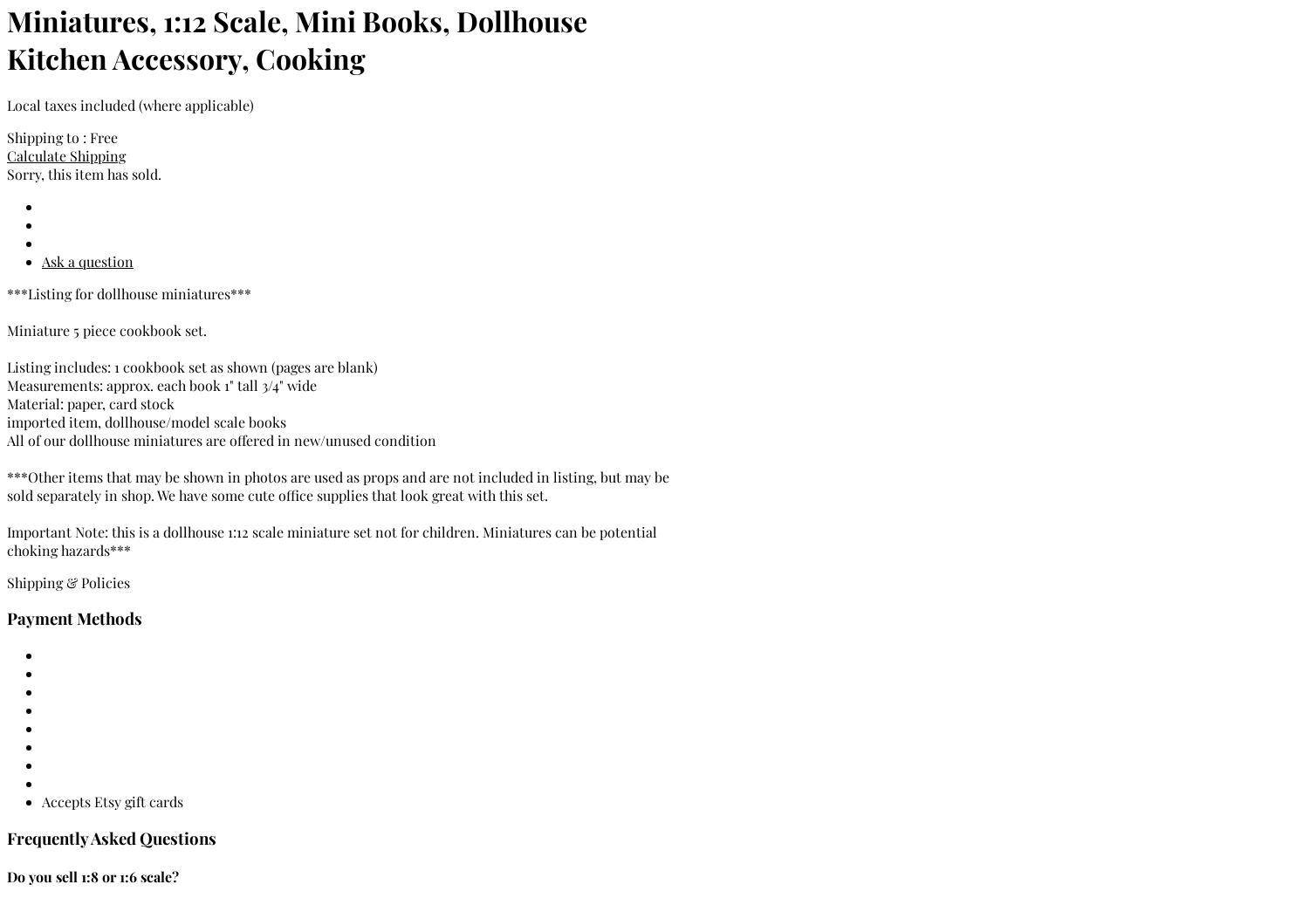 This screenshot has width=1316, height=905. What do you see at coordinates (66, 154) in the screenshot?
I see `'Calculate Shipping'` at bounding box center [66, 154].